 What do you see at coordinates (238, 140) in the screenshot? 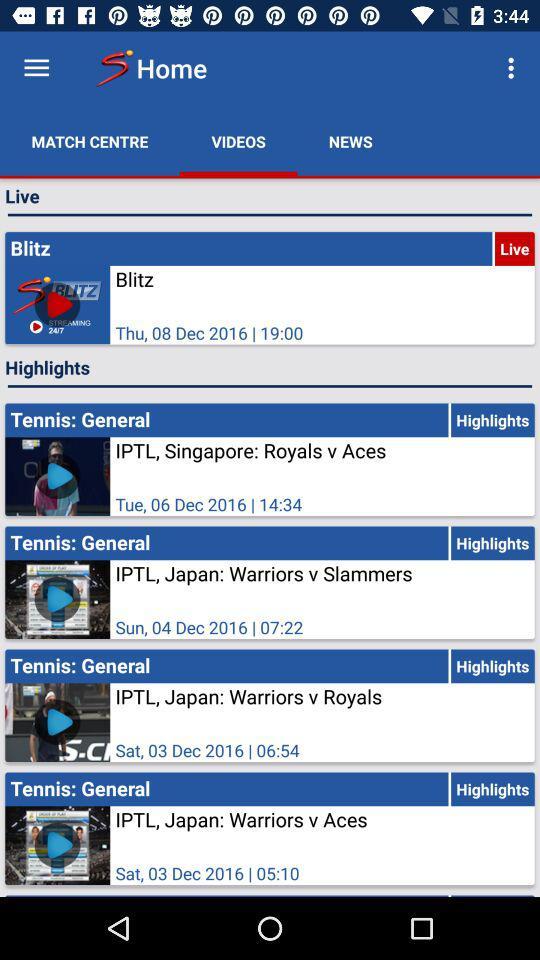
I see `videos` at bounding box center [238, 140].